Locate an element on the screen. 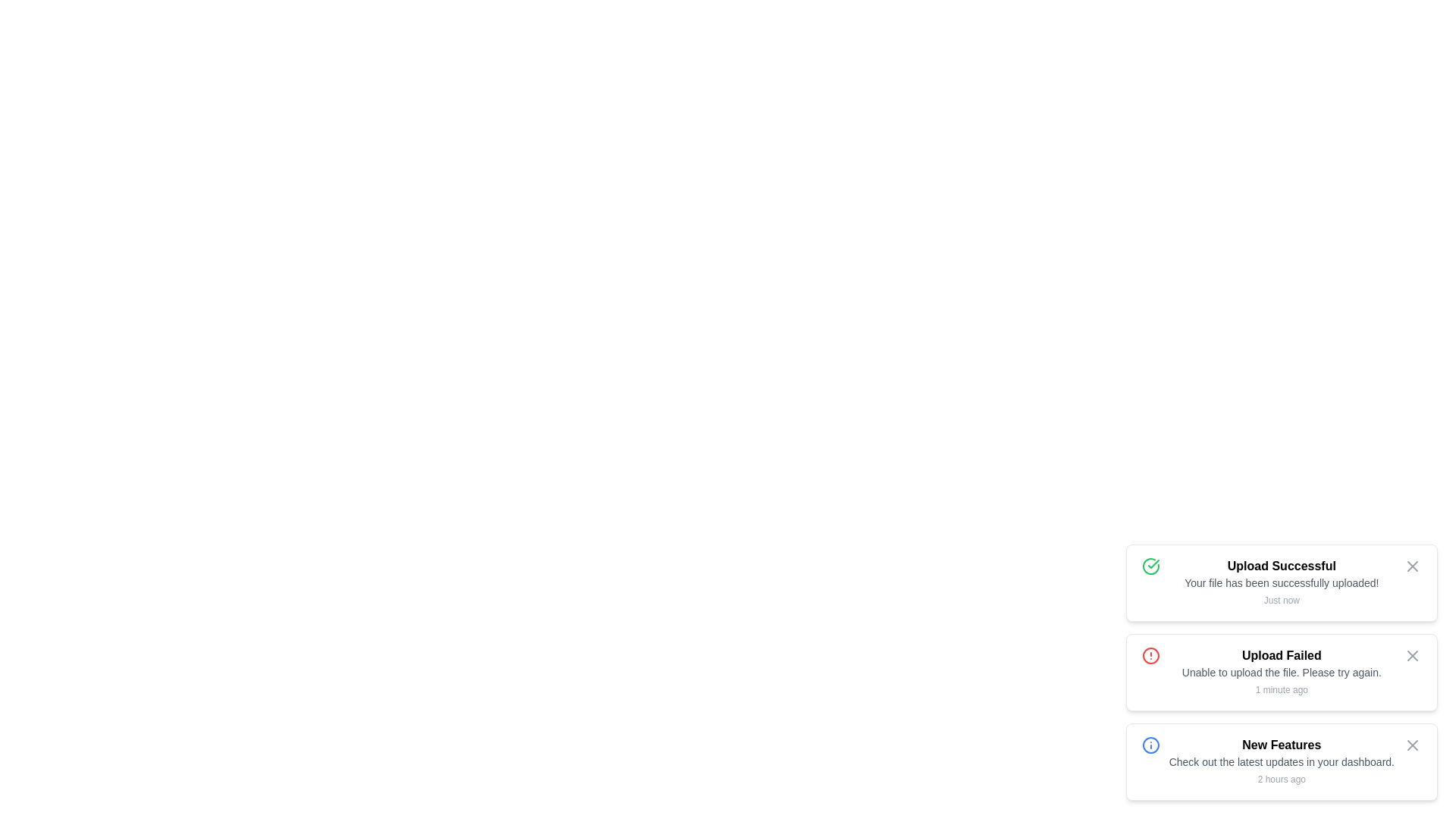  the notification with title Upload Failed is located at coordinates (1281, 672).